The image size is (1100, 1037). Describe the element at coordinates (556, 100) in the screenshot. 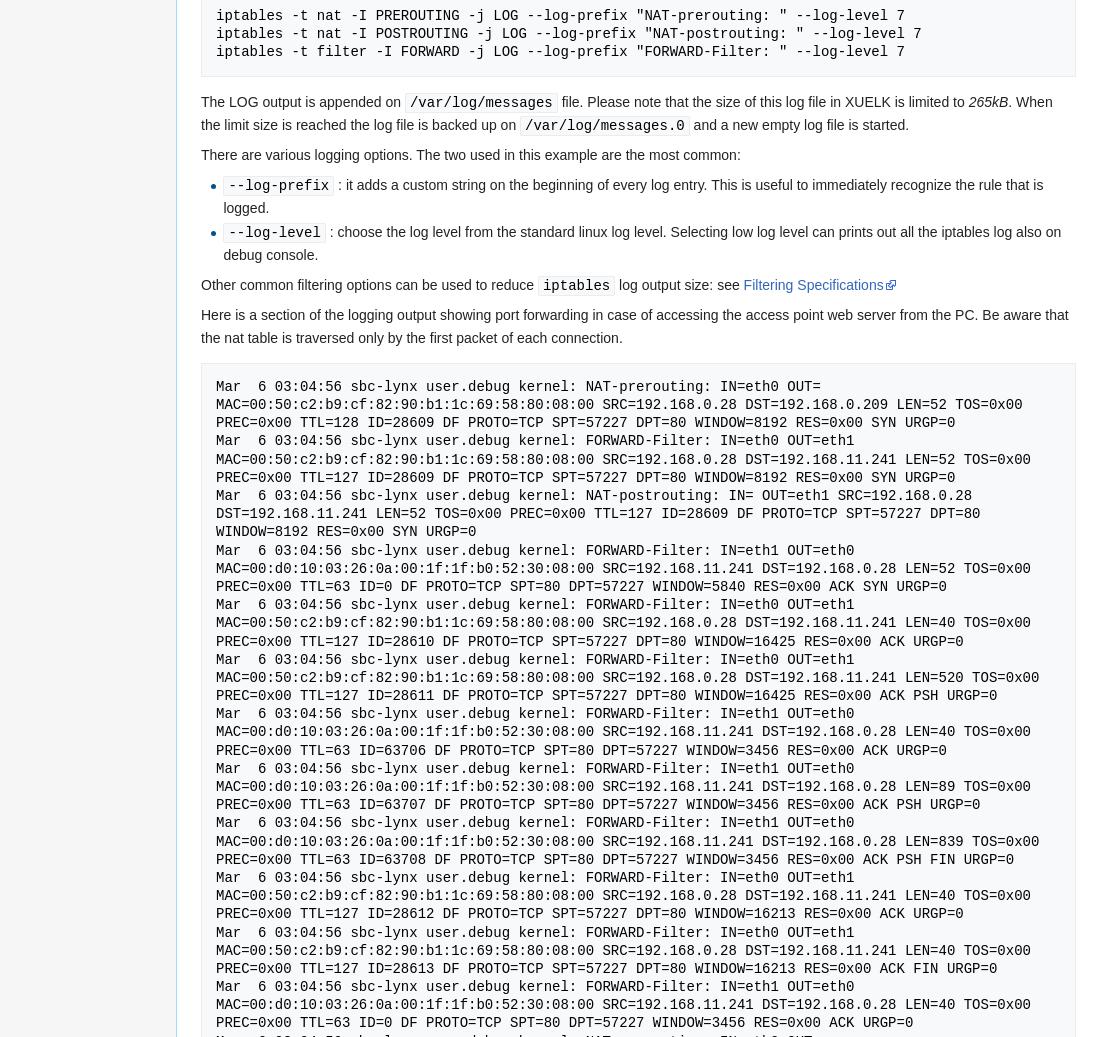

I see `'file. Please note that the size of this log file in XUELK is limited to'` at that location.